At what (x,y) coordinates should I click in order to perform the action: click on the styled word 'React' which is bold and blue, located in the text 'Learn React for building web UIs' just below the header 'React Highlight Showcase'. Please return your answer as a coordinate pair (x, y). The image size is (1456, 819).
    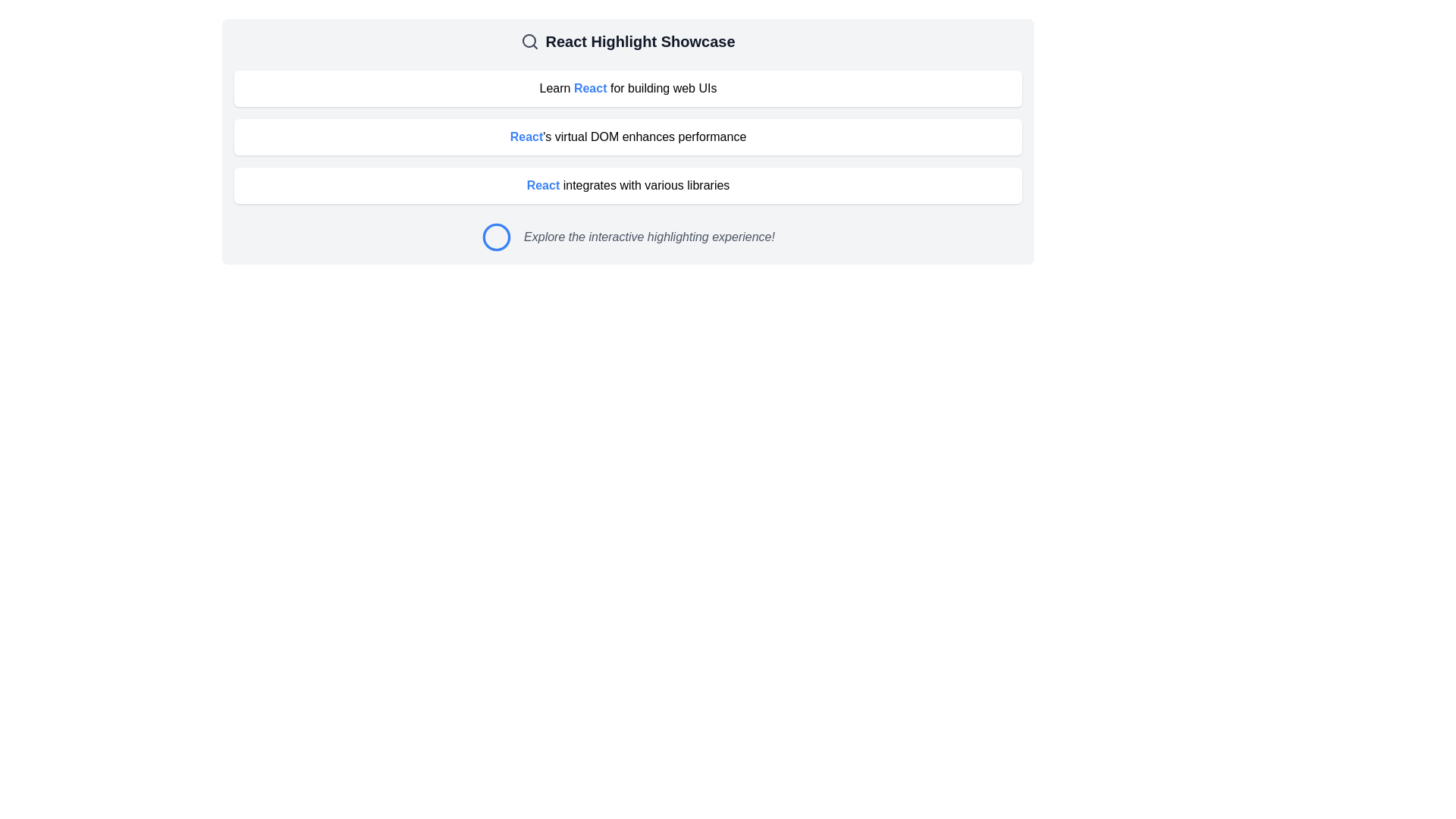
    Looking at the image, I should click on (589, 88).